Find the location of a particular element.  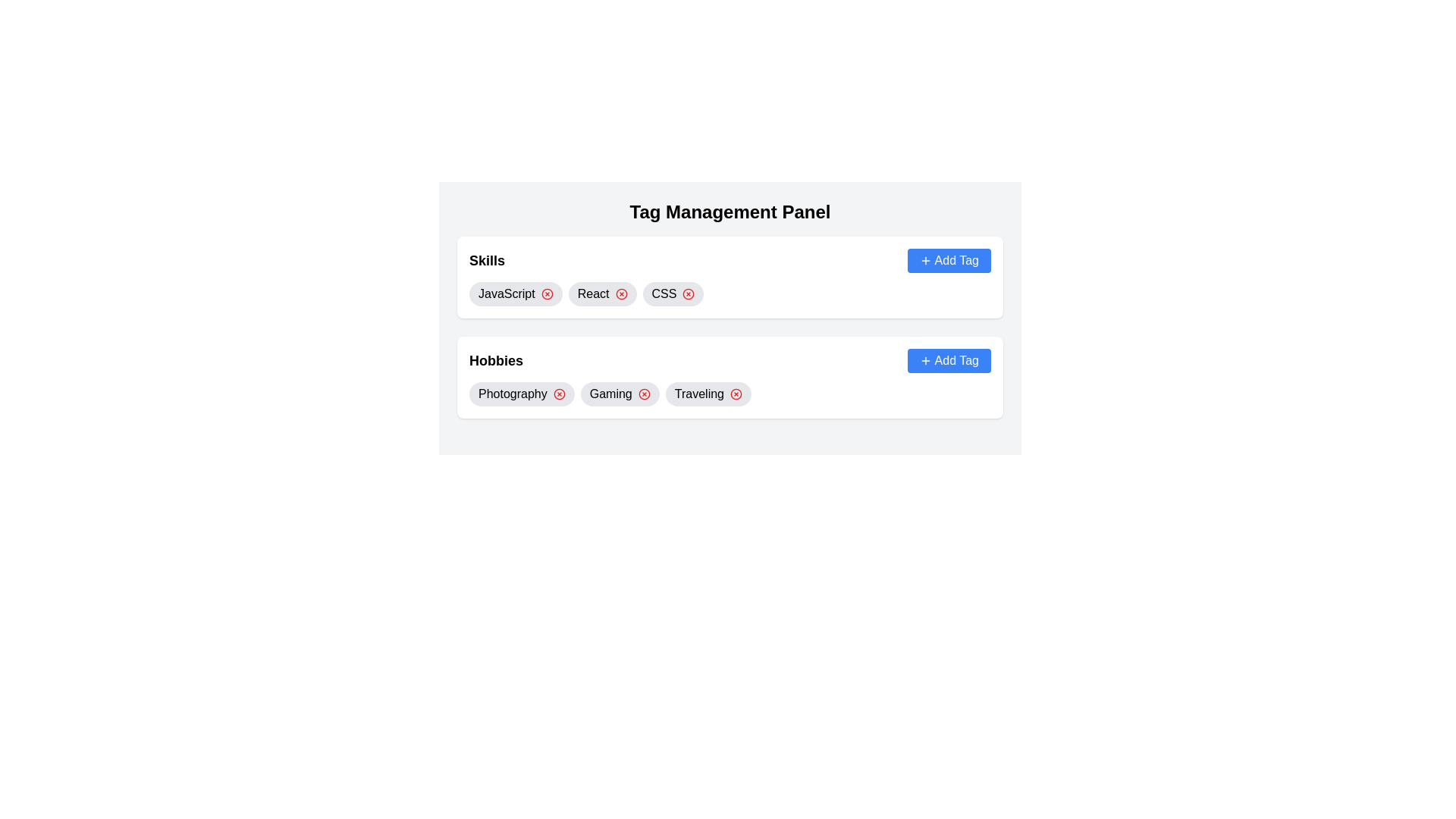

the 'Add Tag' button with a blue background and white text, located in the 'Hobbies' section, to trigger the hover effect is located at coordinates (948, 360).